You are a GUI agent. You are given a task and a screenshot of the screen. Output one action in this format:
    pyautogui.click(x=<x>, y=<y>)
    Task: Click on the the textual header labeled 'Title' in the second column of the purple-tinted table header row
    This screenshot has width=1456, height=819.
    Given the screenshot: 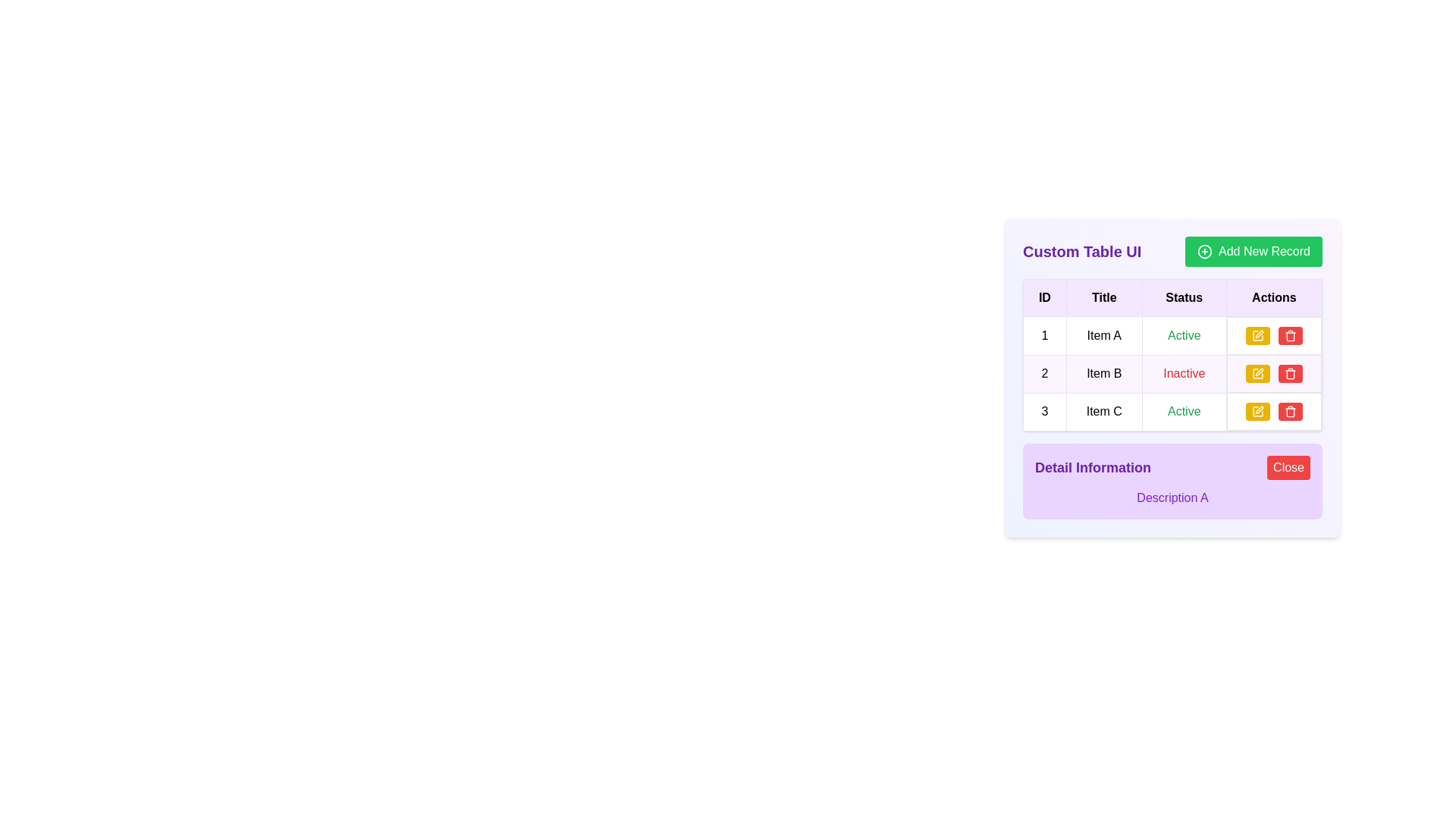 What is the action you would take?
    pyautogui.click(x=1104, y=298)
    